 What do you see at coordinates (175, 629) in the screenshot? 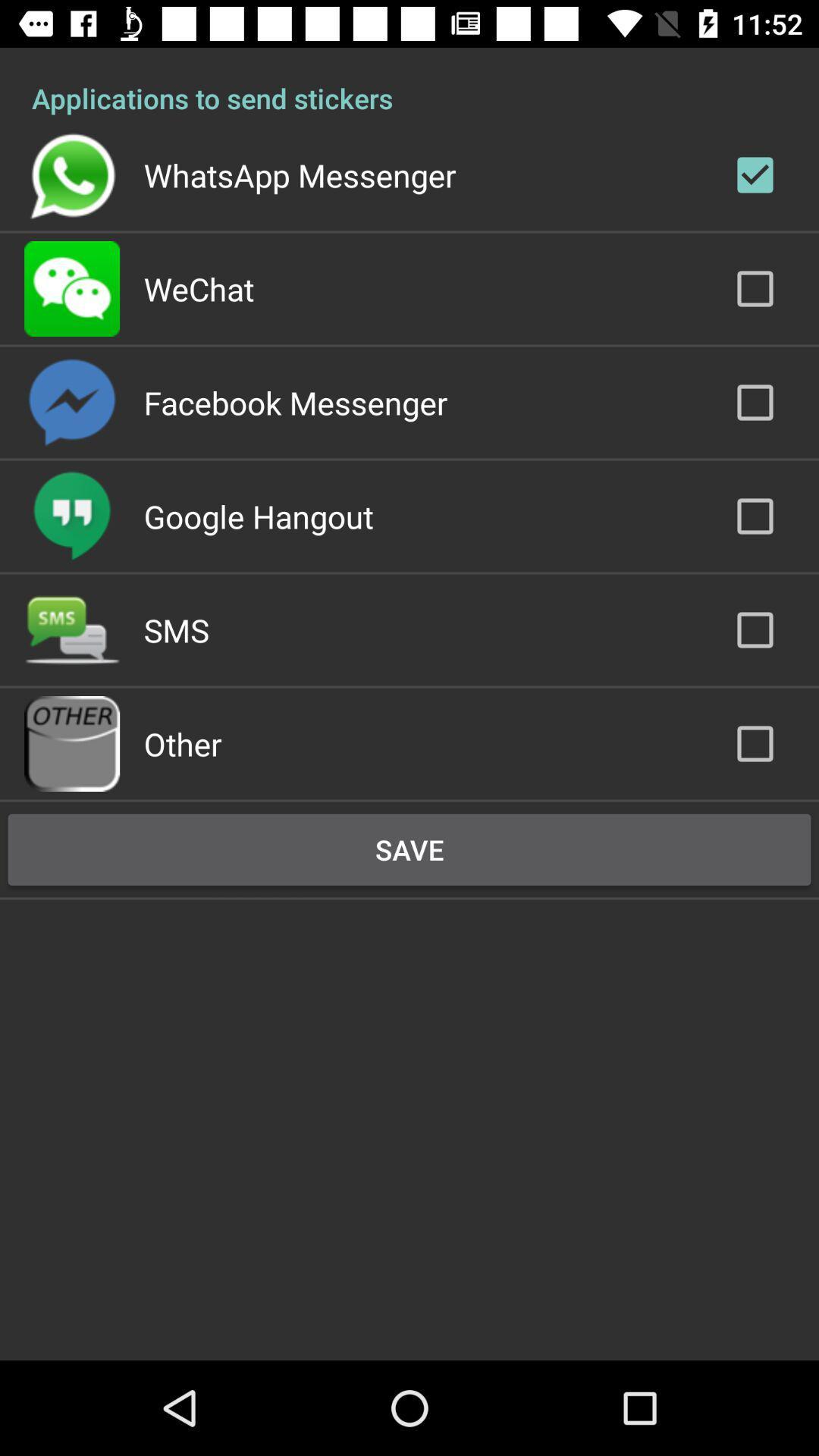
I see `the icon below google hangout item` at bounding box center [175, 629].